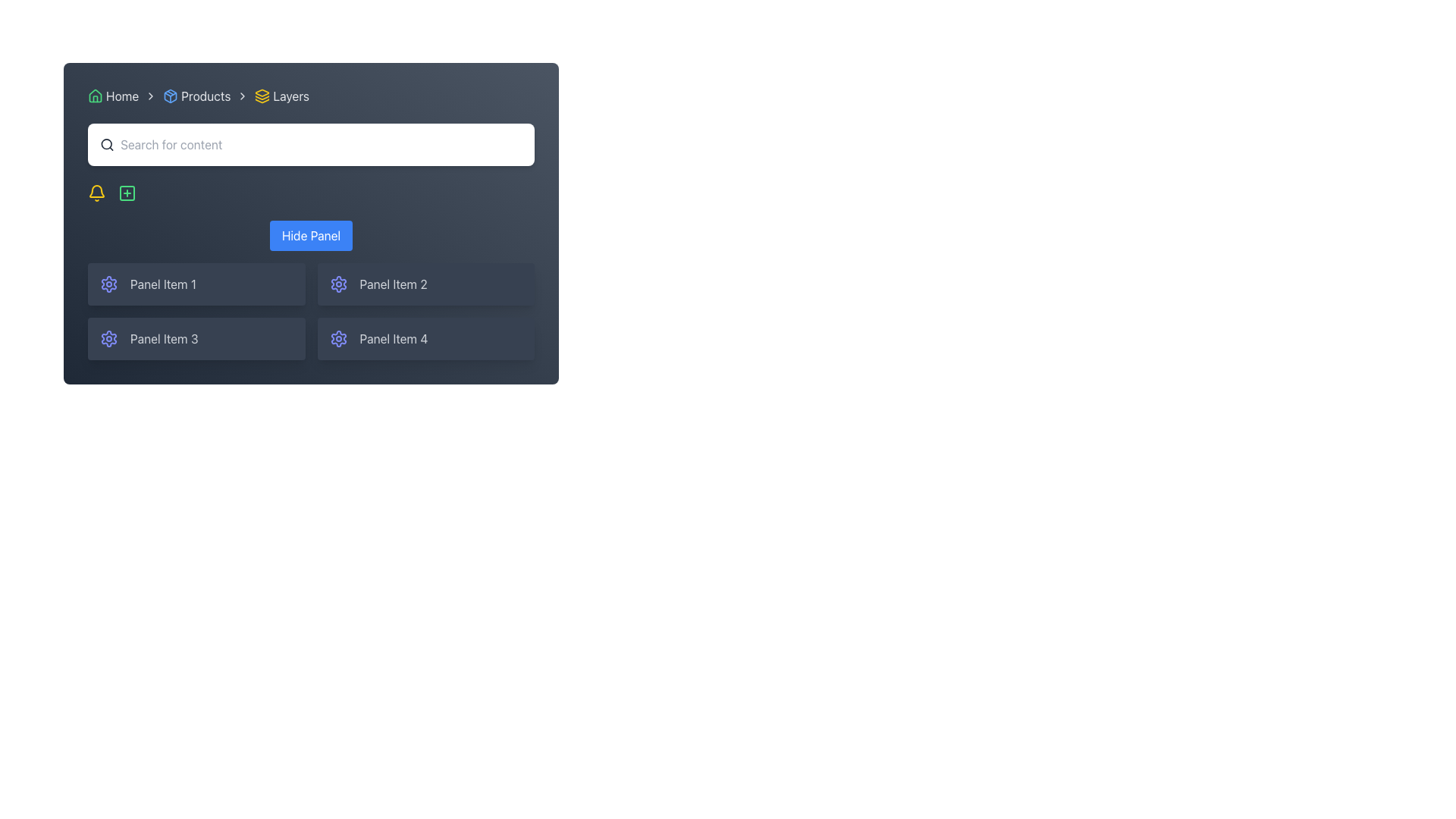 Image resolution: width=1456 pixels, height=819 pixels. Describe the element at coordinates (291, 96) in the screenshot. I see `the 'Layers' label in the breadcrumb navigation system, which indicates the current page or section and is positioned to the right of the corresponding icon` at that location.